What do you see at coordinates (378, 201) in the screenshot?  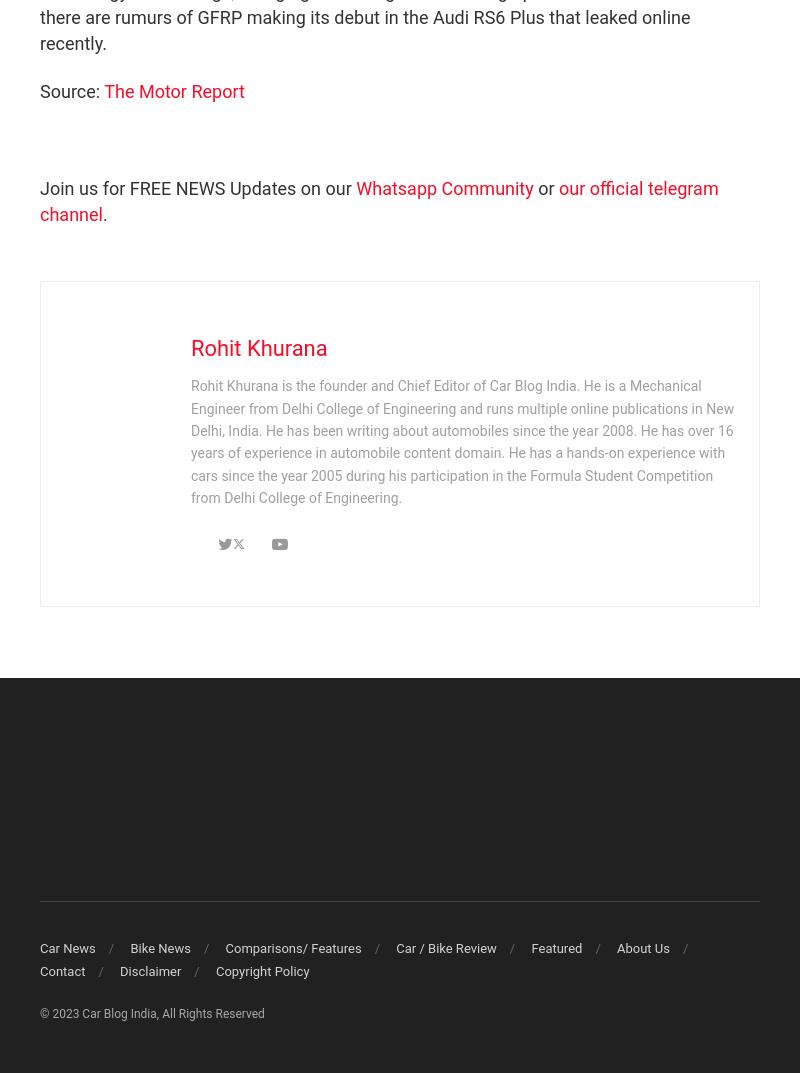 I see `'our official telegram channel'` at bounding box center [378, 201].